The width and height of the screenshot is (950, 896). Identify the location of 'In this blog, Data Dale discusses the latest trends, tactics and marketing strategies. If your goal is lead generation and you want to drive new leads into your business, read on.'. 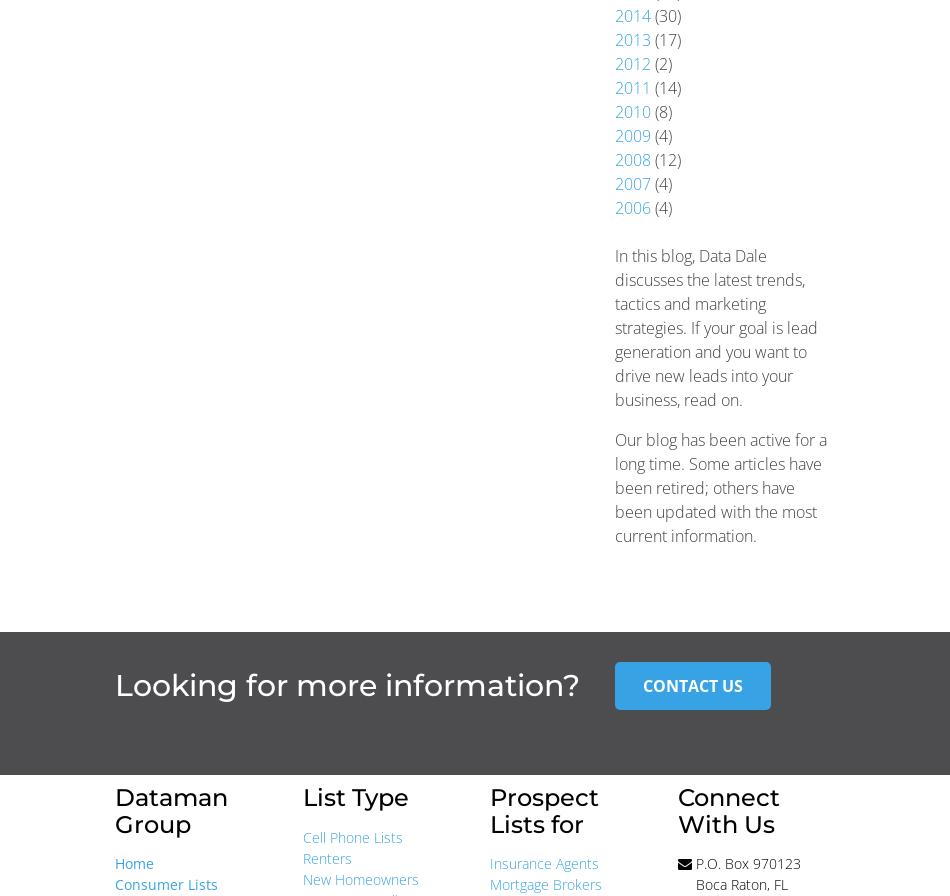
(715, 328).